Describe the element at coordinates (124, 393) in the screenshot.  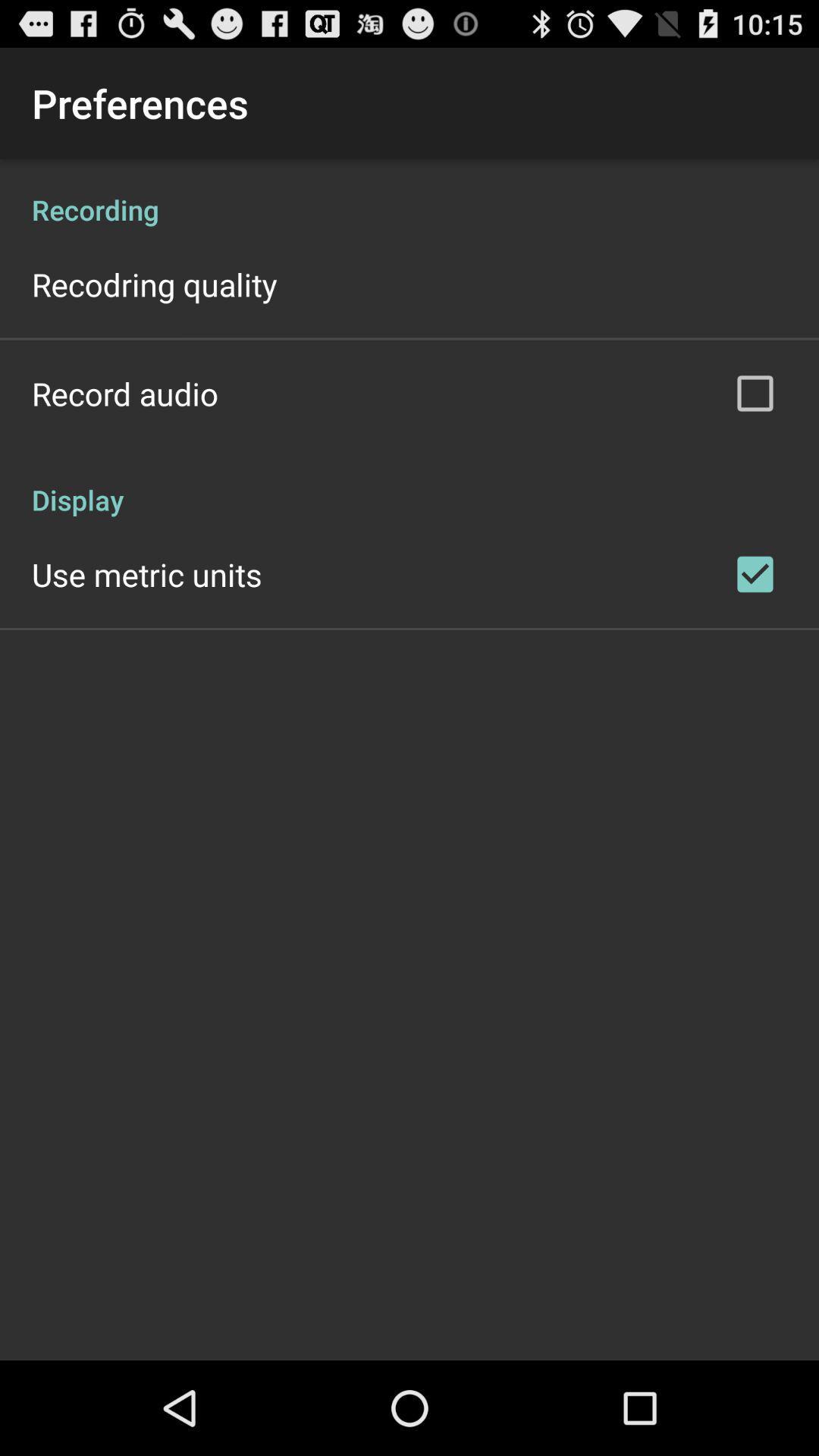
I see `icon above the display app` at that location.